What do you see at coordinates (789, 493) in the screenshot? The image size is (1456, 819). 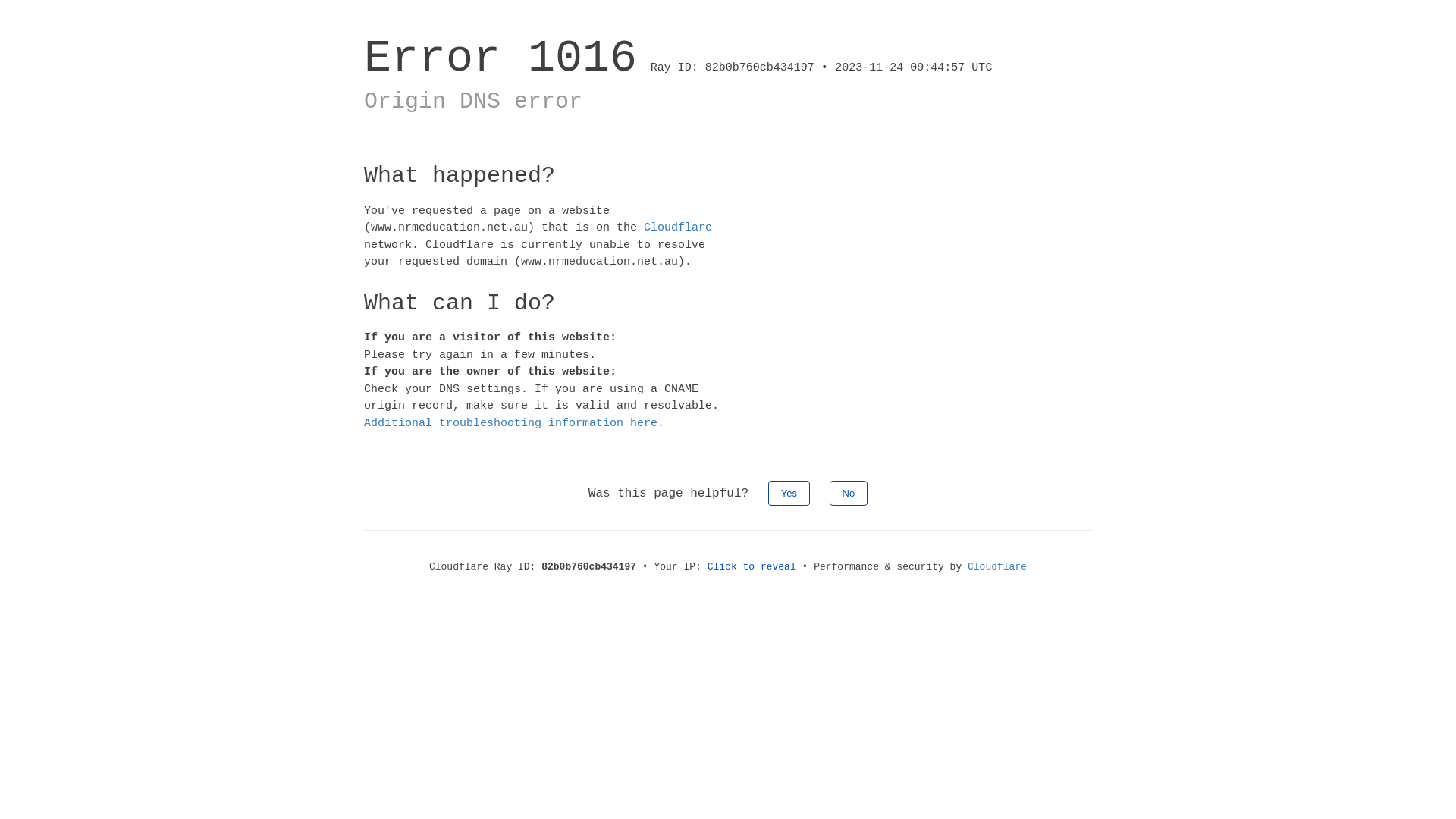 I see `'Yes'` at bounding box center [789, 493].